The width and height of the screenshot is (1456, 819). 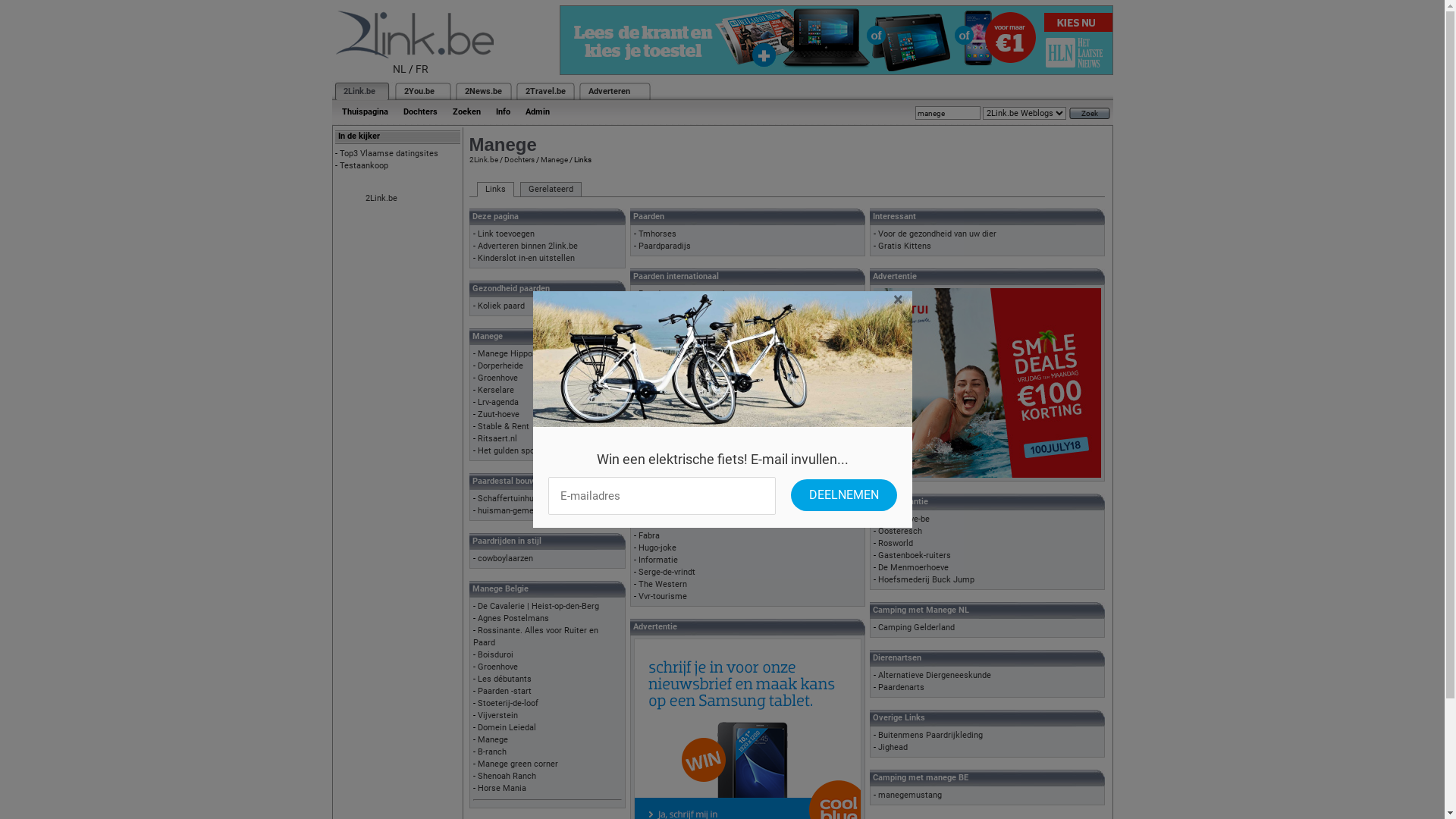 What do you see at coordinates (495, 389) in the screenshot?
I see `'Kerselare'` at bounding box center [495, 389].